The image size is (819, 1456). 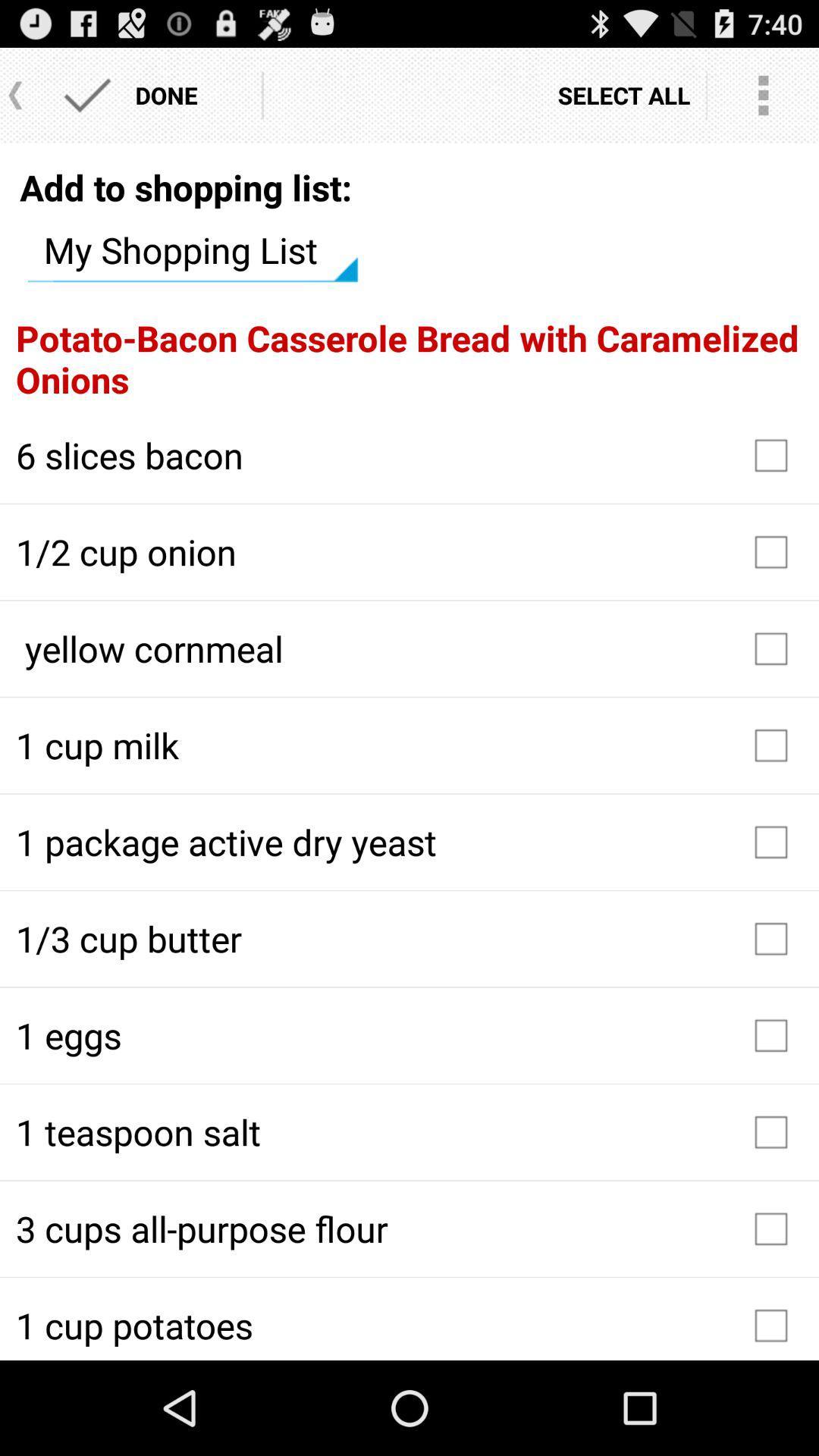 I want to click on 1 package active, so click(x=409, y=841).